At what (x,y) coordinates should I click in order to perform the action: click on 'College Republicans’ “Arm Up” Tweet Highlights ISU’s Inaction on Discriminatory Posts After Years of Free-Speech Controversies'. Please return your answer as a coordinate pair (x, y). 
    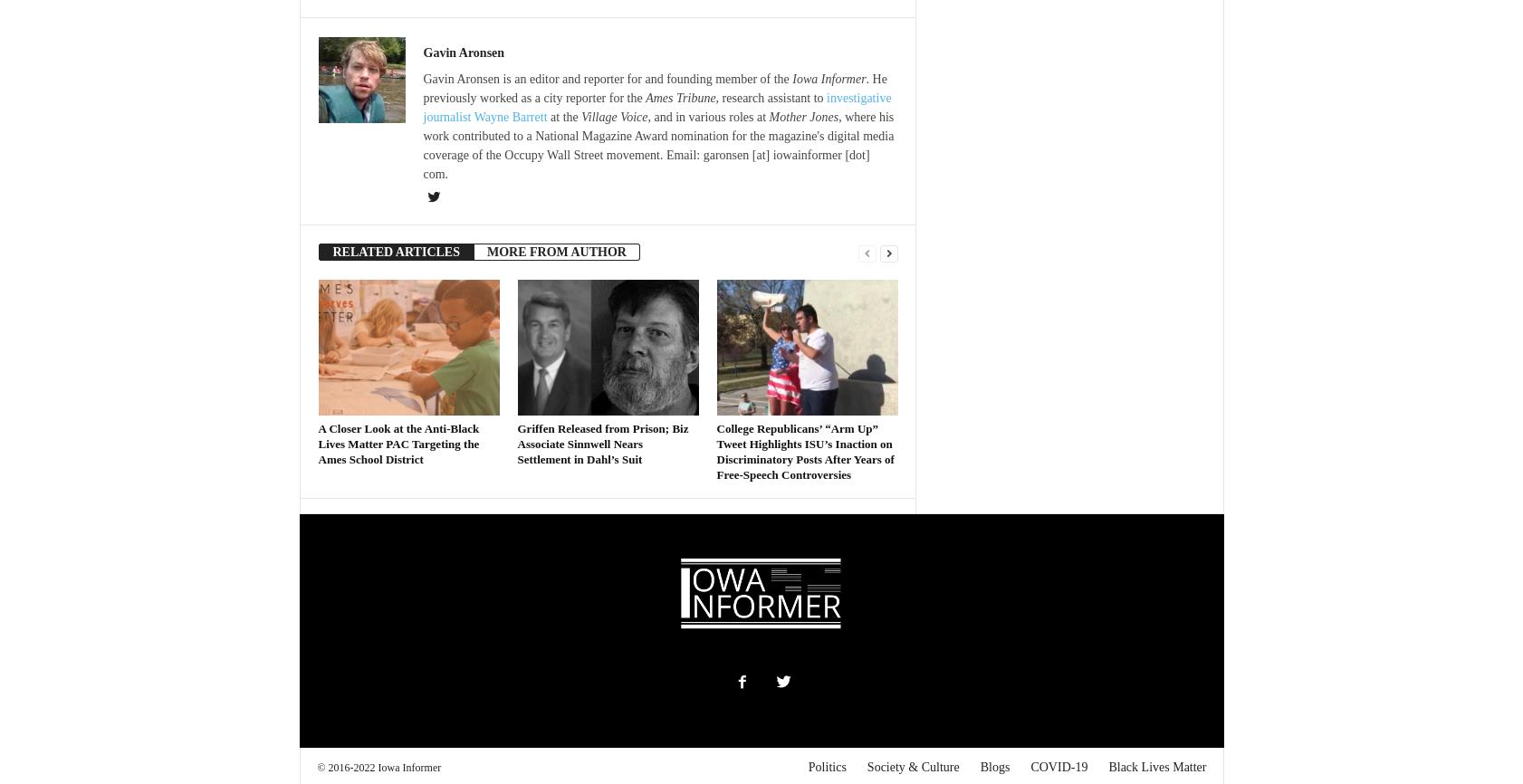
    Looking at the image, I should click on (803, 451).